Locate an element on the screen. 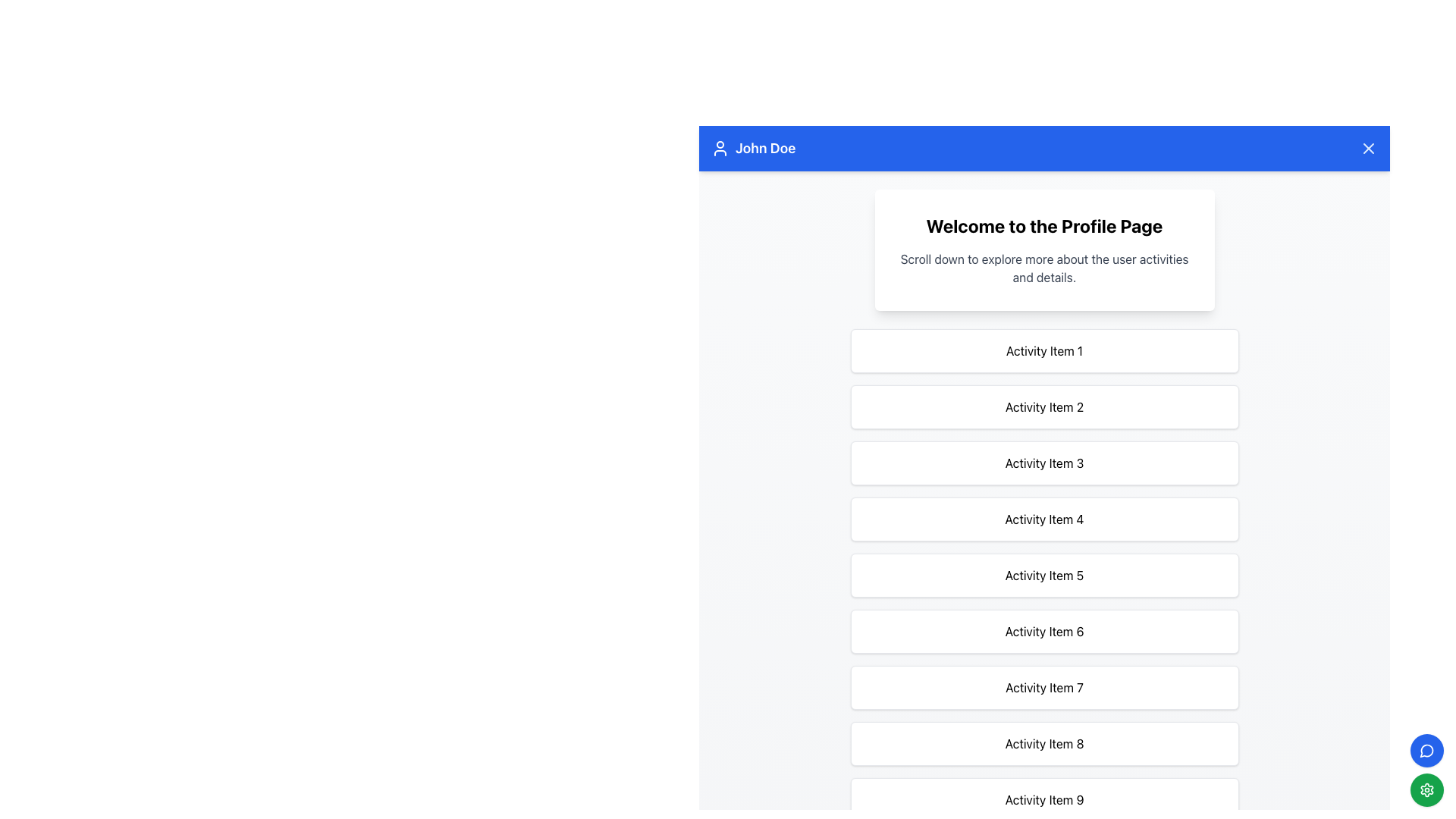 The width and height of the screenshot is (1456, 819). the text display box containing the centered text 'Activity Item 6', which is the sixth item in a vertically stacked list is located at coordinates (1043, 632).